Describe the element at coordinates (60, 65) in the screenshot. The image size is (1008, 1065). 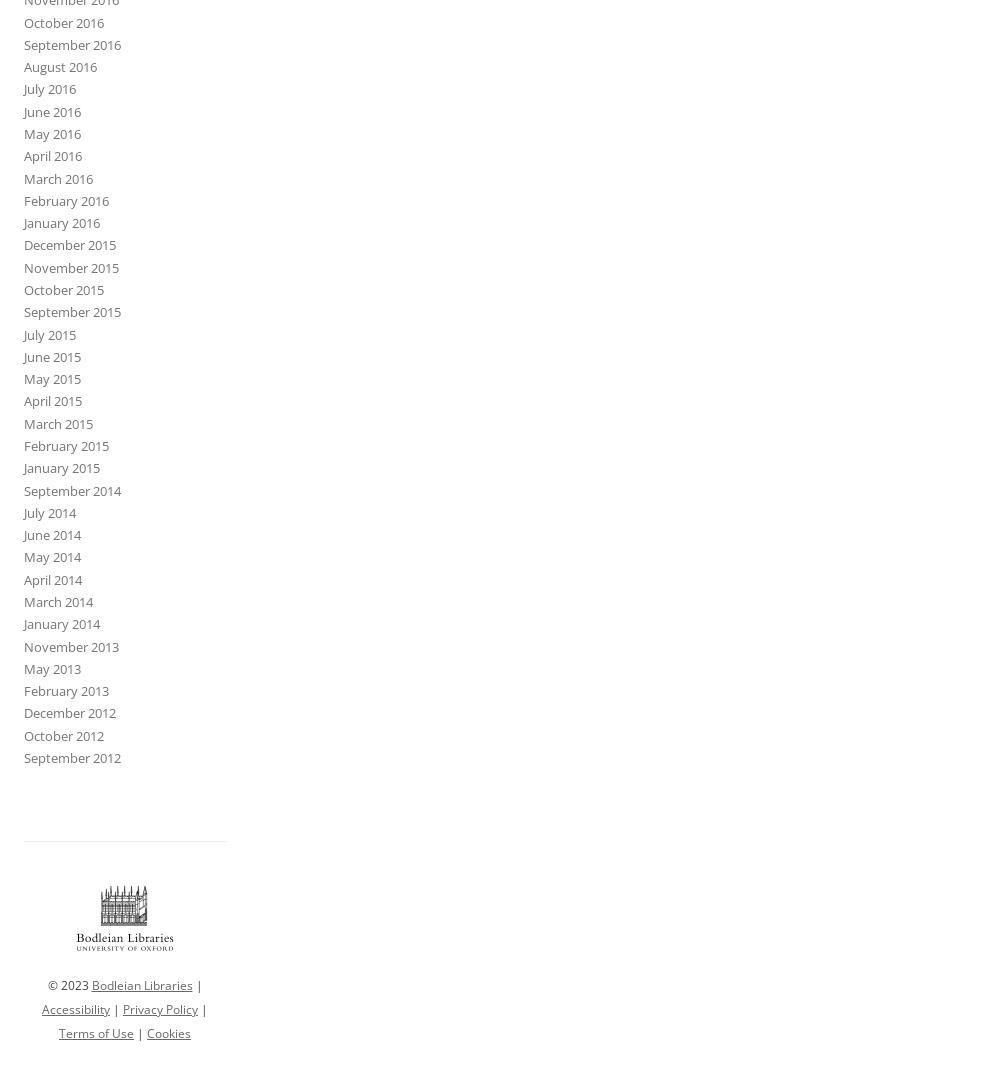
I see `'August 2016'` at that location.